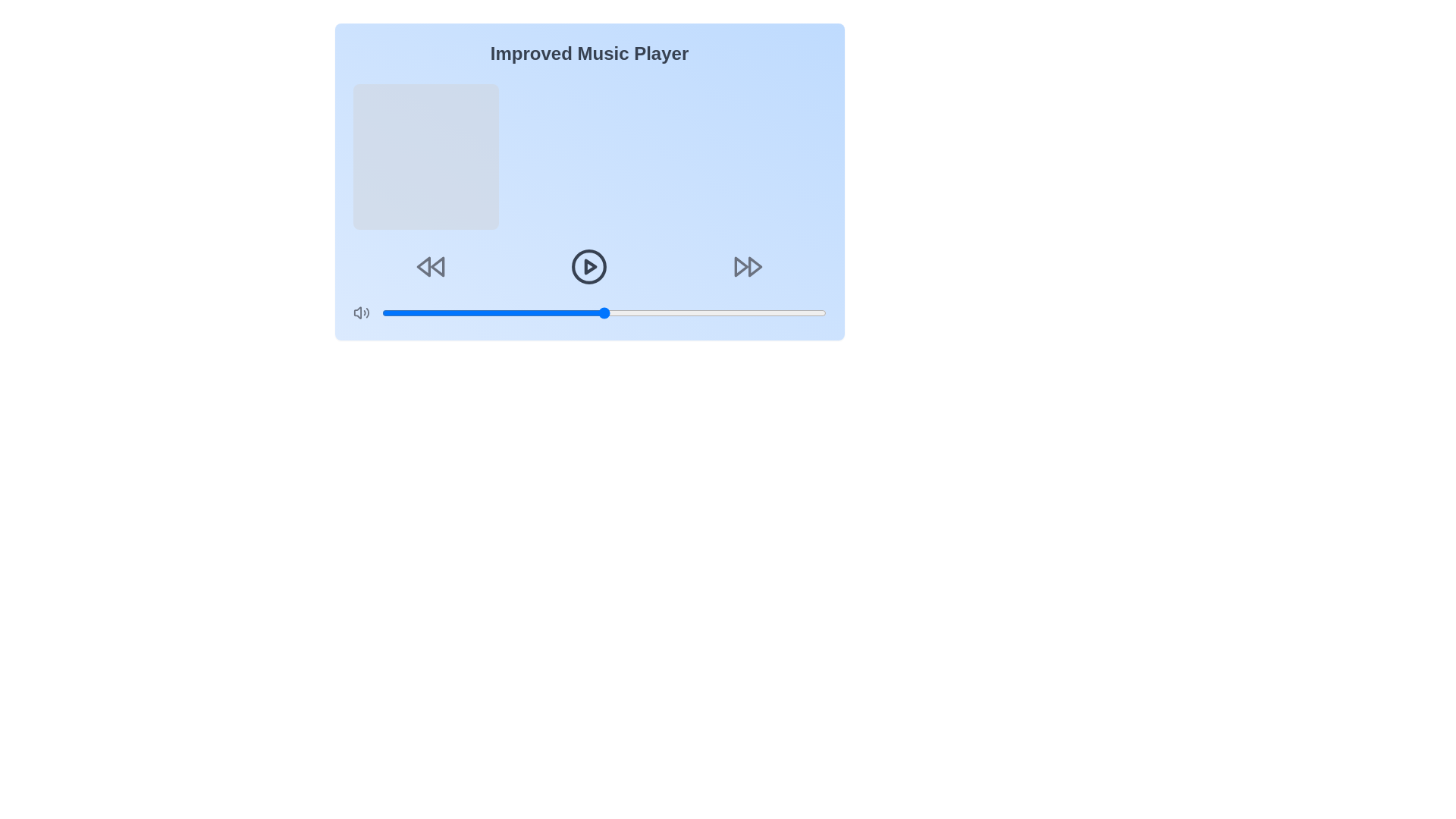 This screenshot has height=819, width=1456. I want to click on the second triangle-shaped graphic inside the fast forward icon, which is styled in gray and located towards the bottom right of the music player interface, so click(755, 265).